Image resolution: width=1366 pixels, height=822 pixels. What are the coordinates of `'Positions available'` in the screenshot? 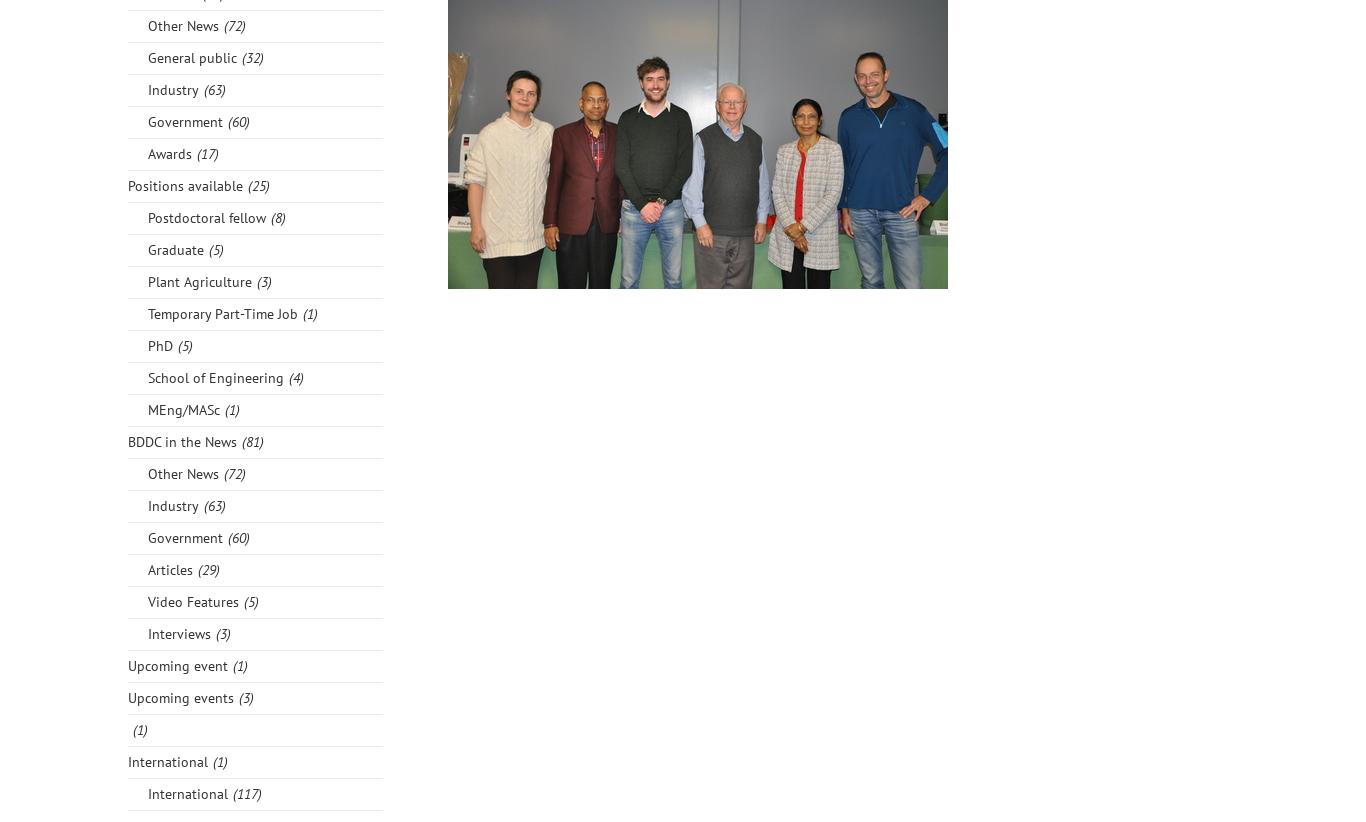 It's located at (184, 184).